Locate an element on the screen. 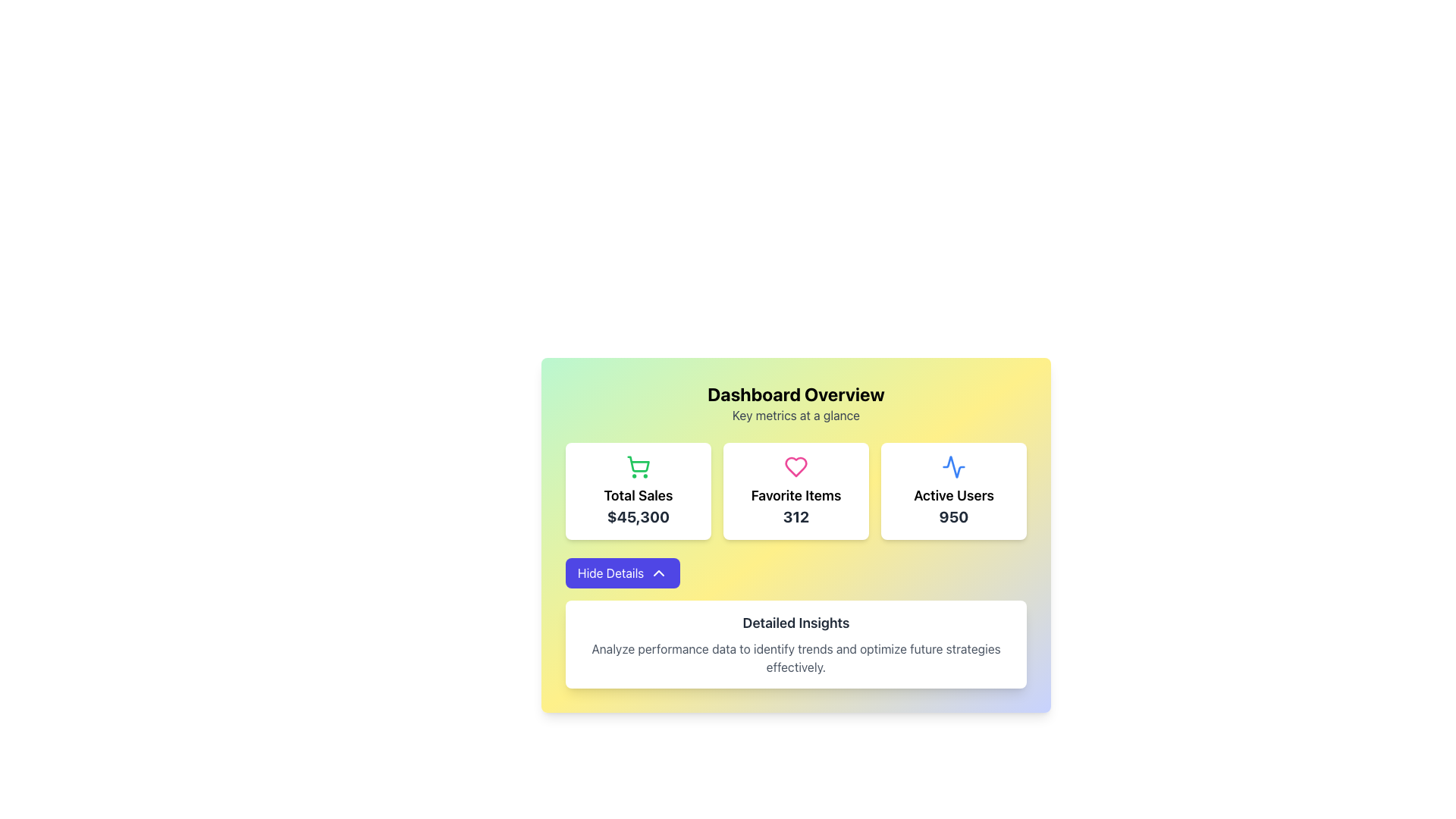  the blue stroke icon resembling an oscillating wave located in the 'Active Users' card on the dashboard is located at coordinates (952, 466).